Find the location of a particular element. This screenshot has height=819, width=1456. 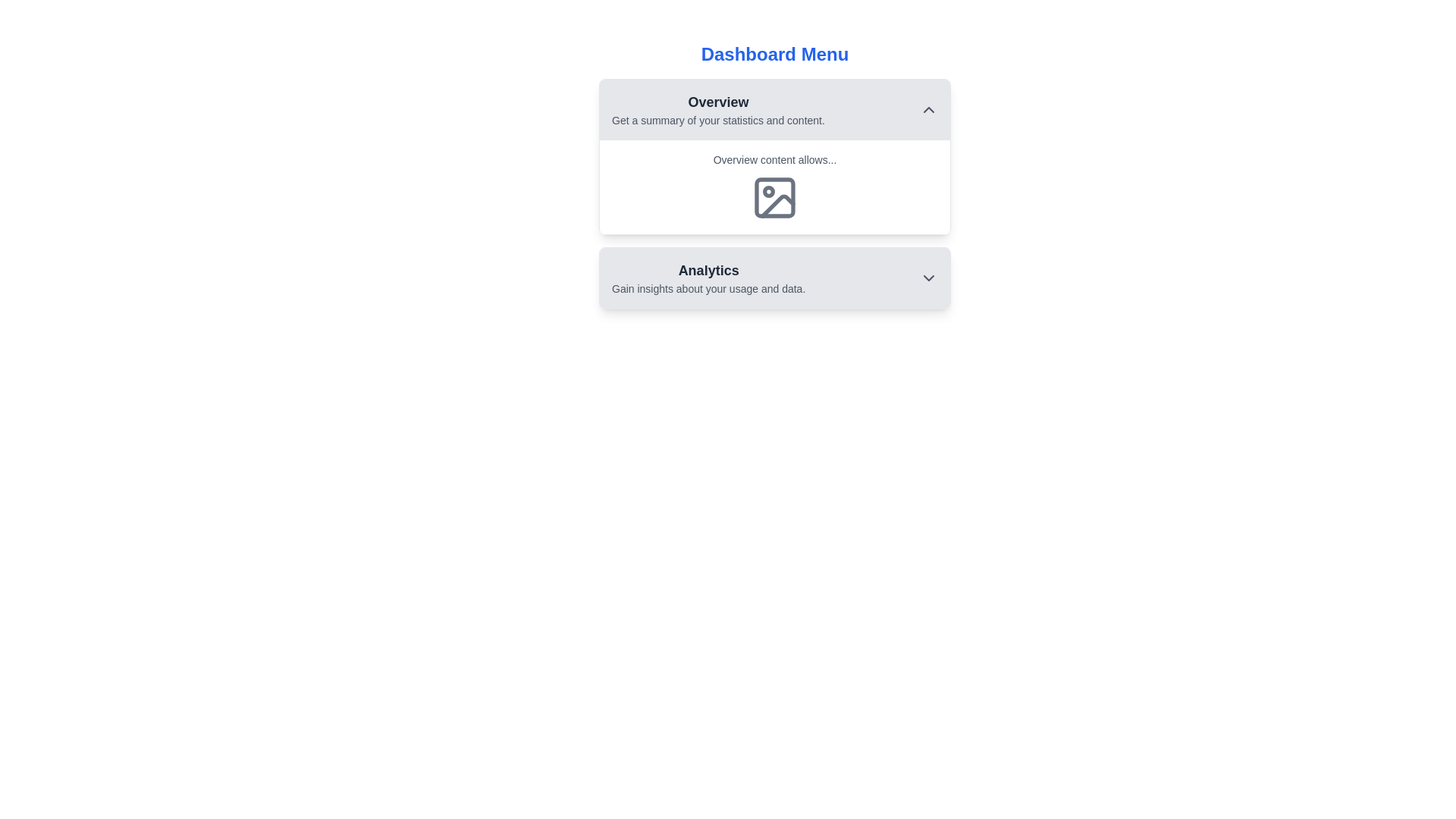

text information from the 'Overview' collapsible section header, which has a light gray background and contains the title 'Overview' in bold black text along with a description about statistics and content is located at coordinates (775, 109).